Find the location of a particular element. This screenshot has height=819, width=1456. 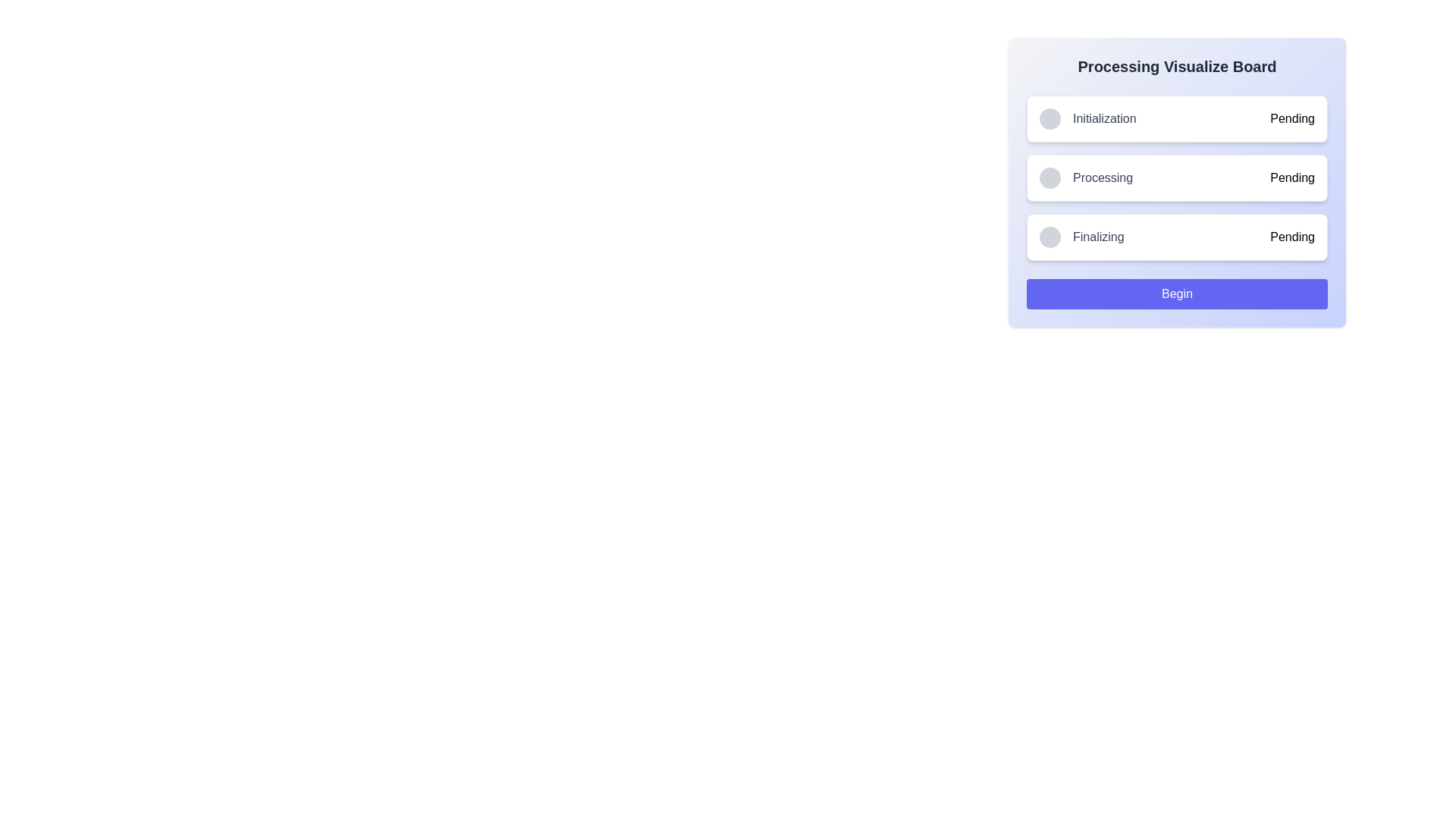

the Status panel displaying 'Pending' status, which is located below 'Initialization' and 'Processing' and above the 'Begin' button is located at coordinates (1176, 237).